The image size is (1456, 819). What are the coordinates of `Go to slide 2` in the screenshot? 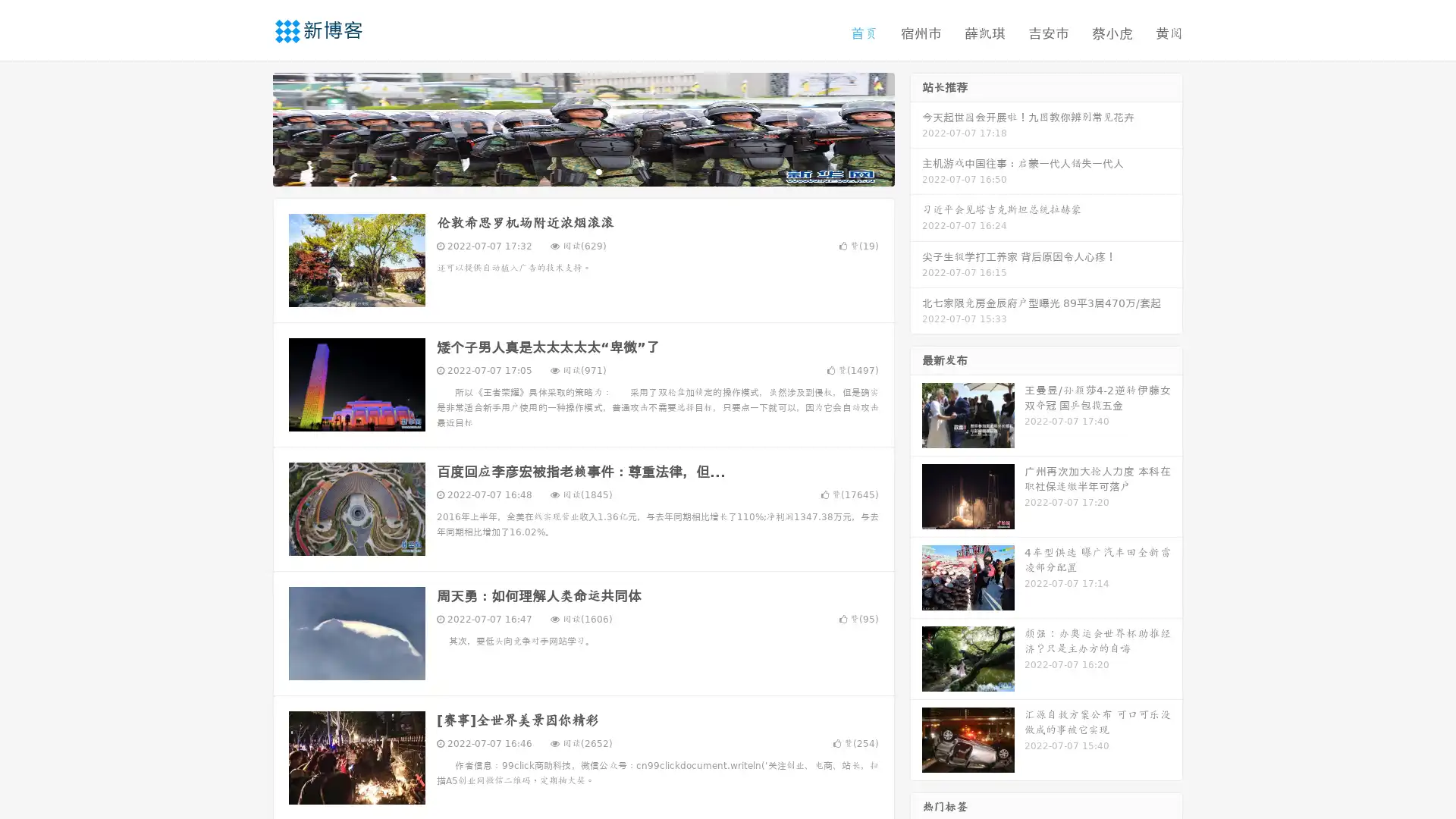 It's located at (582, 171).